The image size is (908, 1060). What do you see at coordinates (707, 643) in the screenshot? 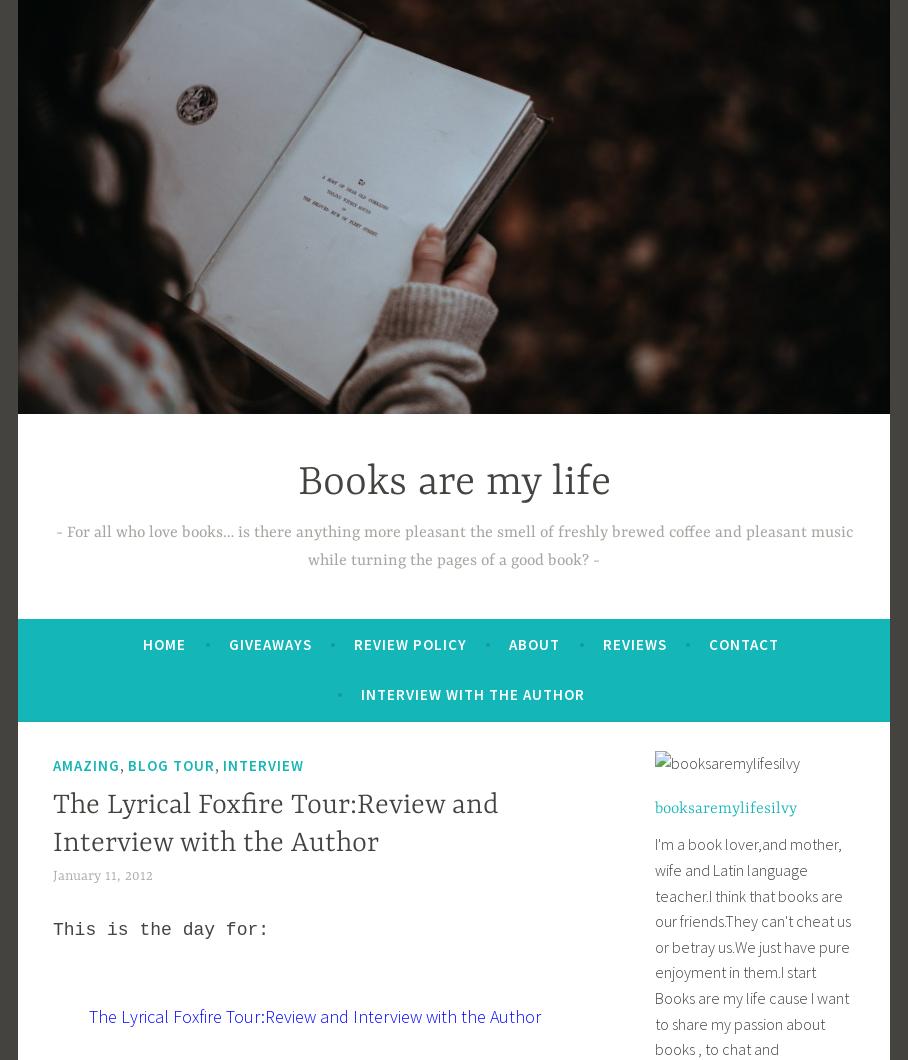
I see `'Contact'` at bounding box center [707, 643].